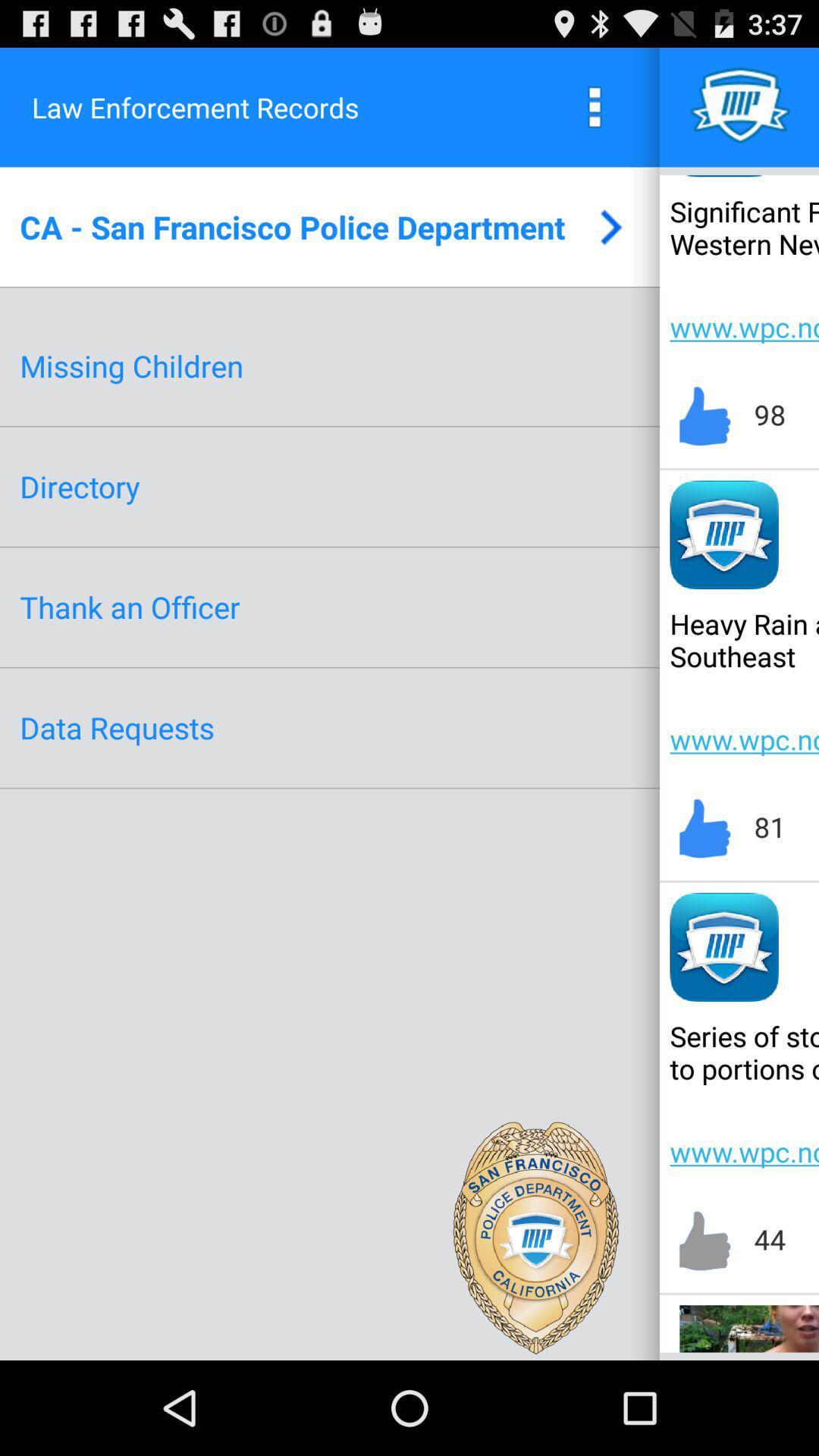 The width and height of the screenshot is (819, 1456). Describe the element at coordinates (130, 366) in the screenshot. I see `the missing children` at that location.